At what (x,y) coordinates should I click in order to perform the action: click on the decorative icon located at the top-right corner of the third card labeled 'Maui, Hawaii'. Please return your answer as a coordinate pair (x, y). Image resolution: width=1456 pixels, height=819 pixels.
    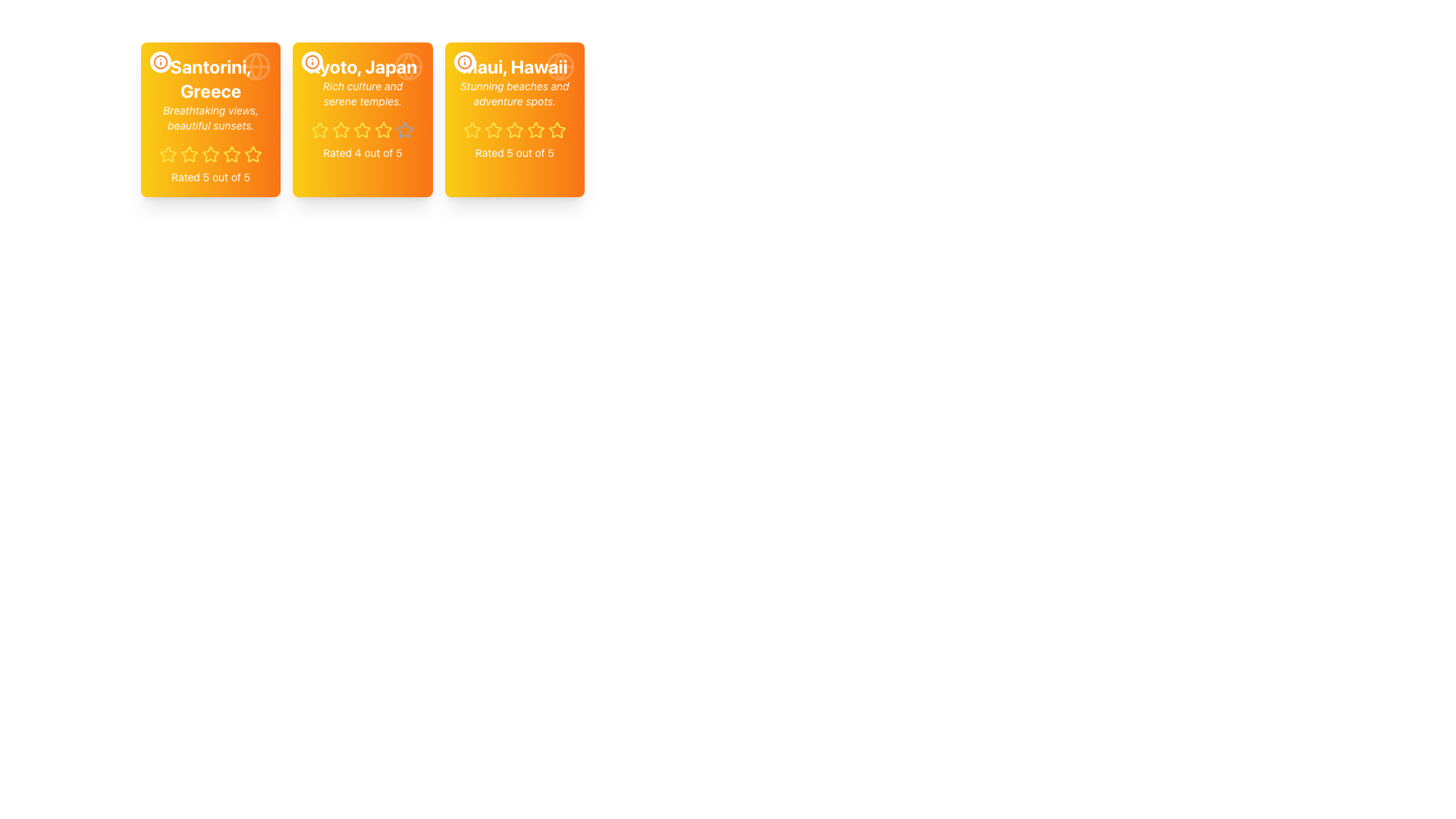
    Looking at the image, I should click on (560, 66).